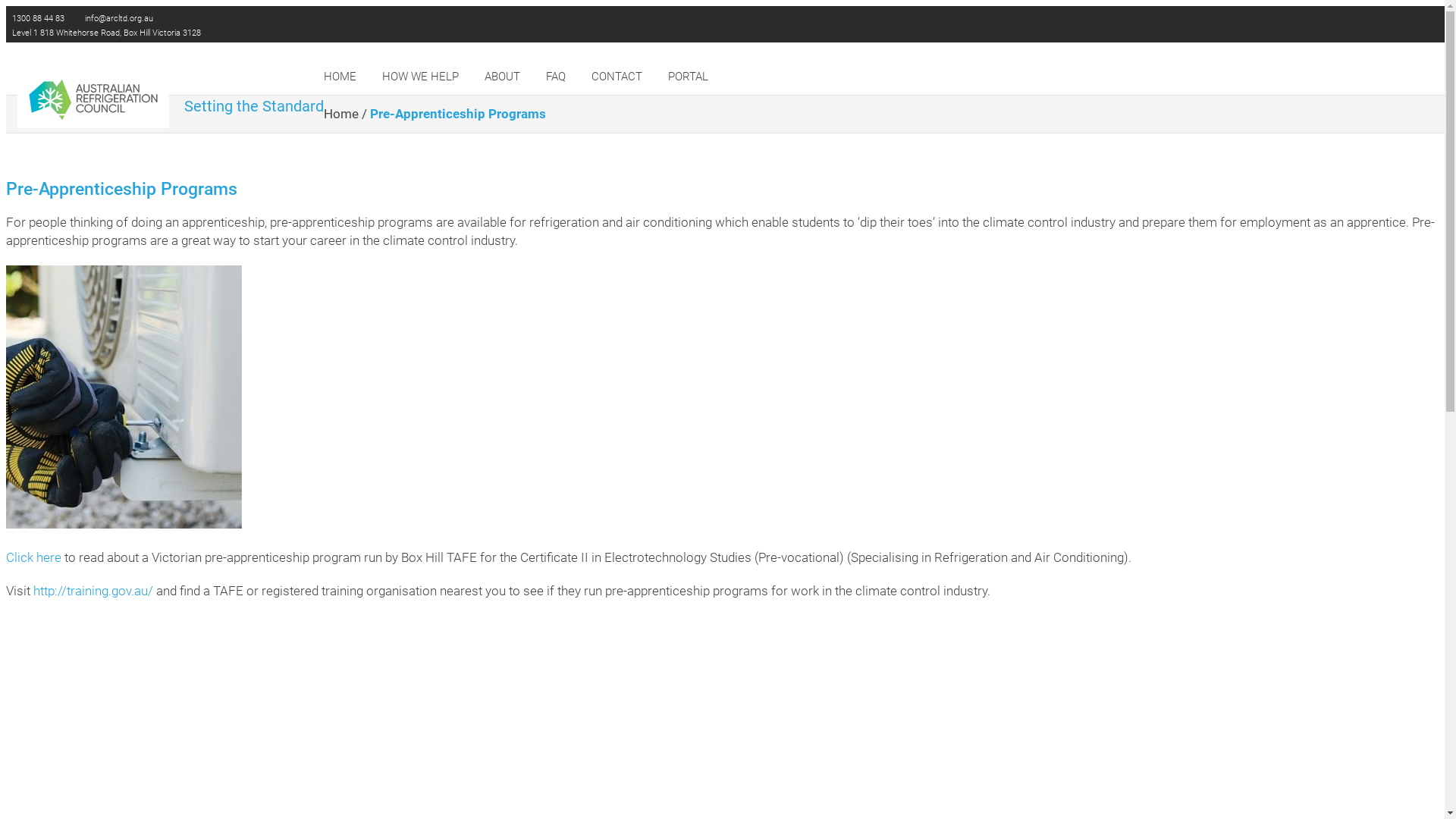 Image resolution: width=1456 pixels, height=819 pixels. I want to click on 'HOME', so click(339, 76).